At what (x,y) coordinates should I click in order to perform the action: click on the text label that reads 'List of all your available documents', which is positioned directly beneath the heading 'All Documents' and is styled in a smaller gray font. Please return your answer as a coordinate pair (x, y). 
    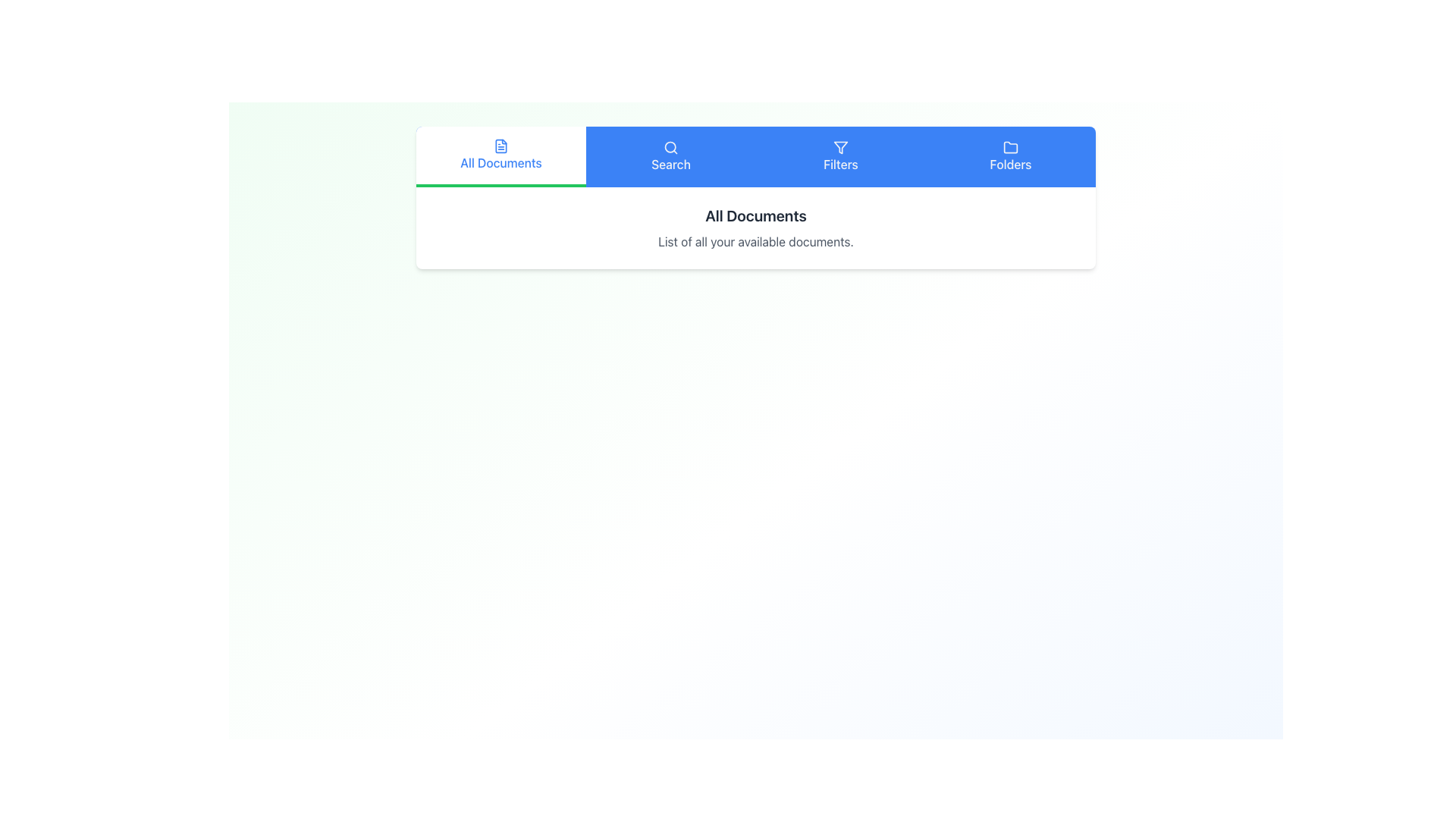
    Looking at the image, I should click on (756, 241).